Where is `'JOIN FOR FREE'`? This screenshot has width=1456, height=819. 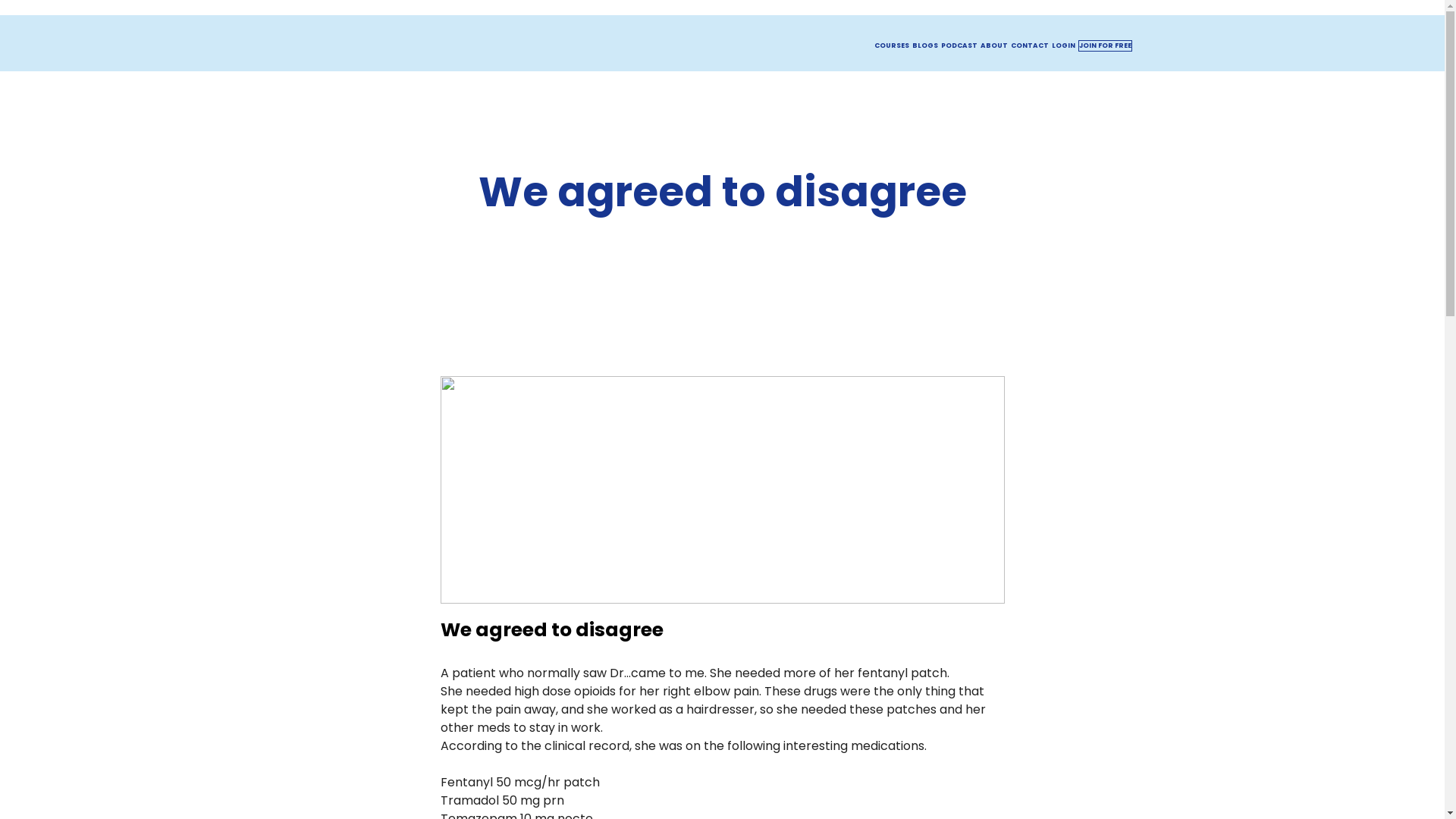
'JOIN FOR FREE' is located at coordinates (1105, 45).